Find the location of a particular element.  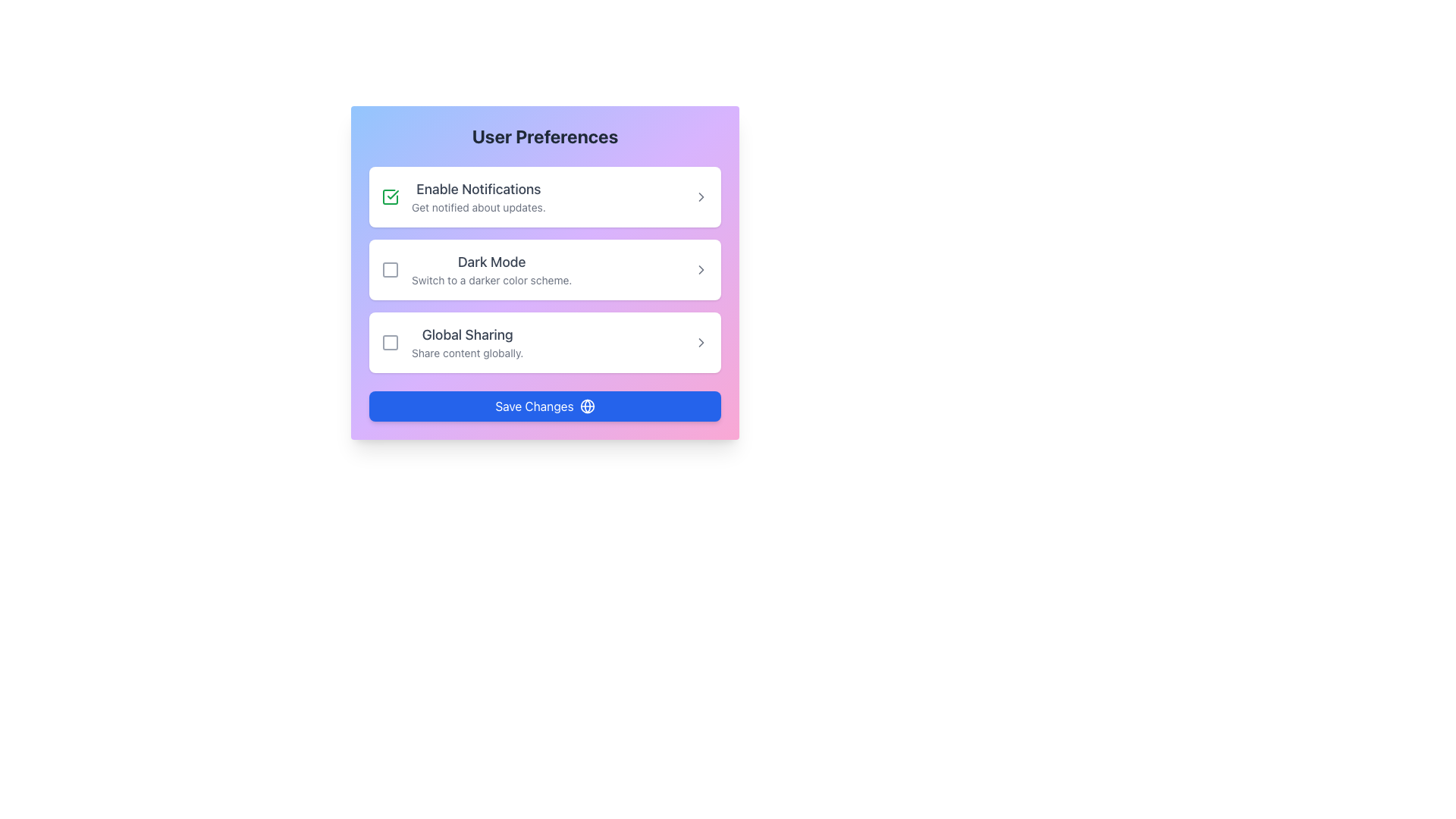

the Text Label that indicates the title for enabling or disabling the dark mode feature in the User Preferences panel, positioned above the related description text is located at coordinates (491, 262).